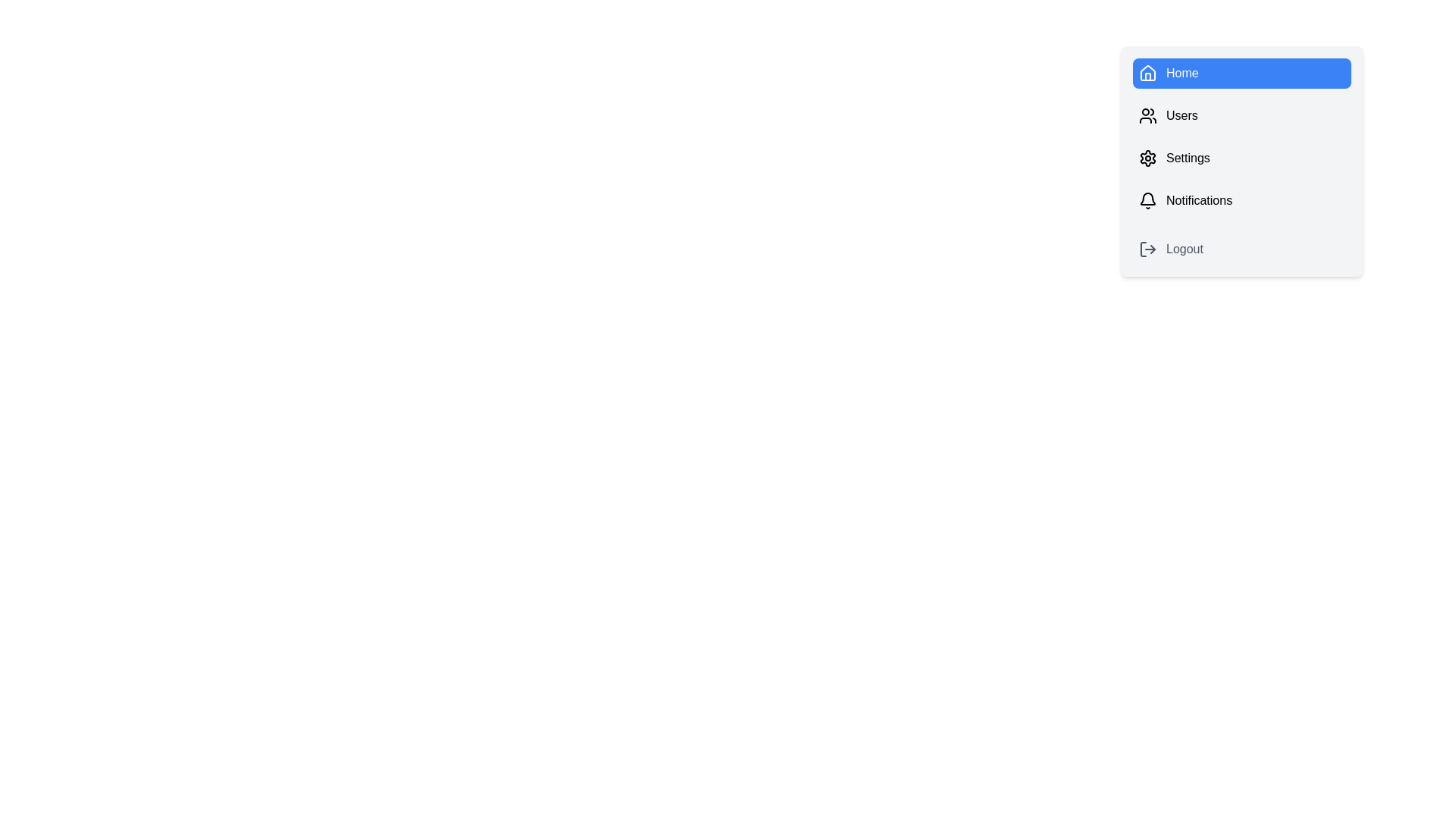  I want to click on the logout icon, which resembles a logout symbol with a door and an outward arrow, located in the Logout menu option to the left of the 'Logout' text label, so click(1147, 248).